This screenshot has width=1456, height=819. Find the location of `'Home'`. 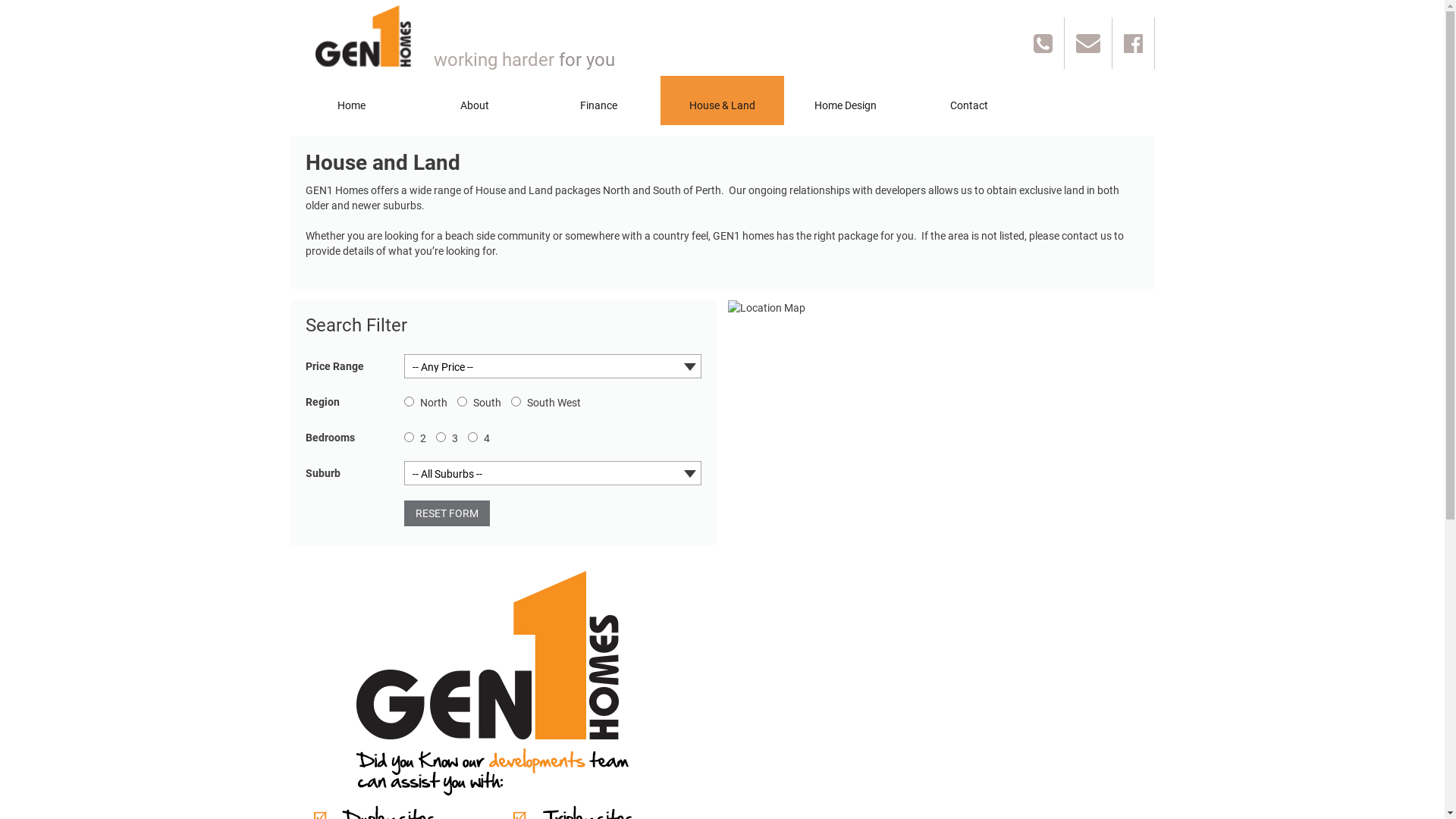

'Home' is located at coordinates (350, 104).